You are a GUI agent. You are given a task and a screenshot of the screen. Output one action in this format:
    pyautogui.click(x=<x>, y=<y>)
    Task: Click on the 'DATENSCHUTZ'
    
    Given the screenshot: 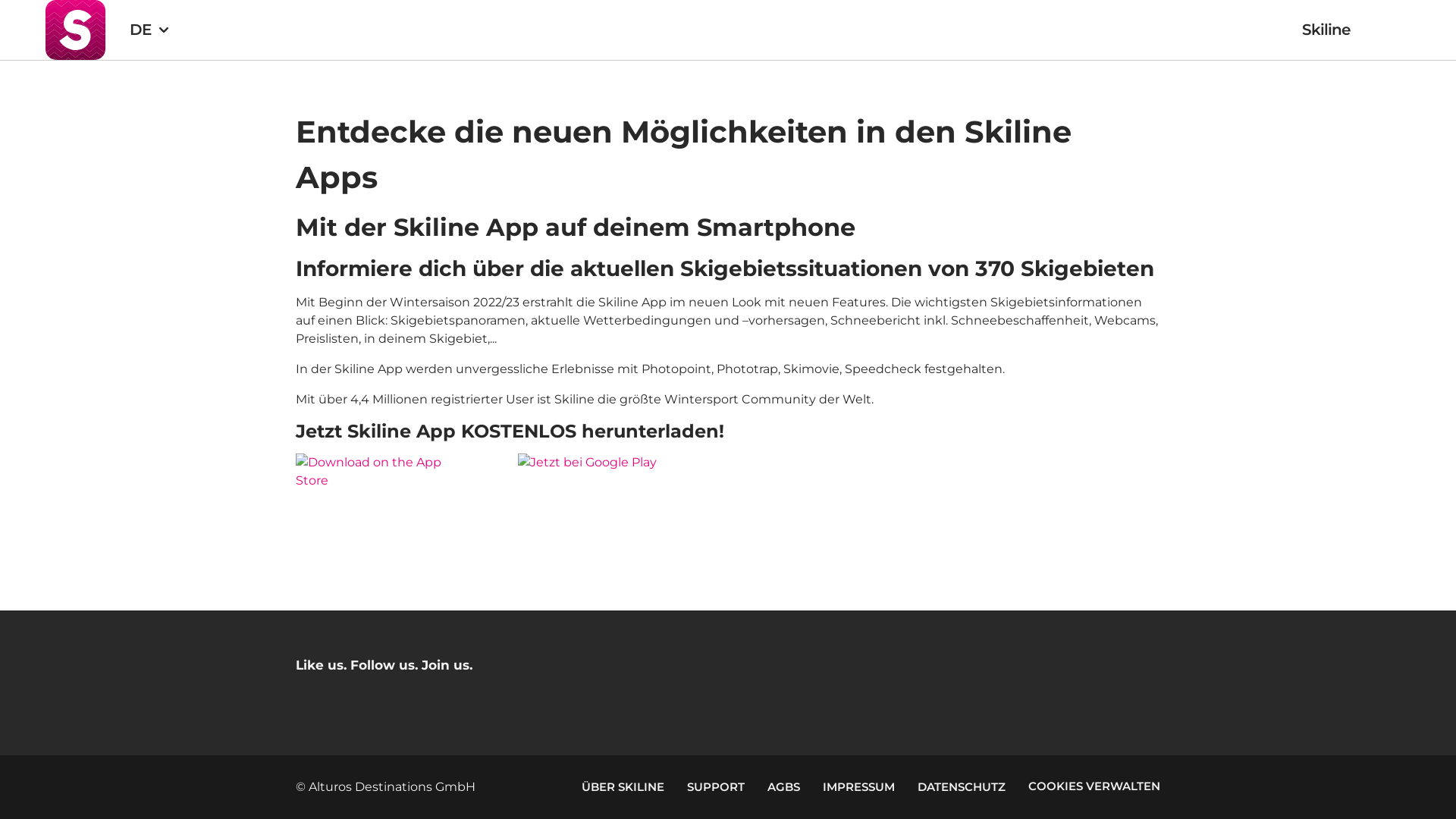 What is the action you would take?
    pyautogui.click(x=960, y=786)
    